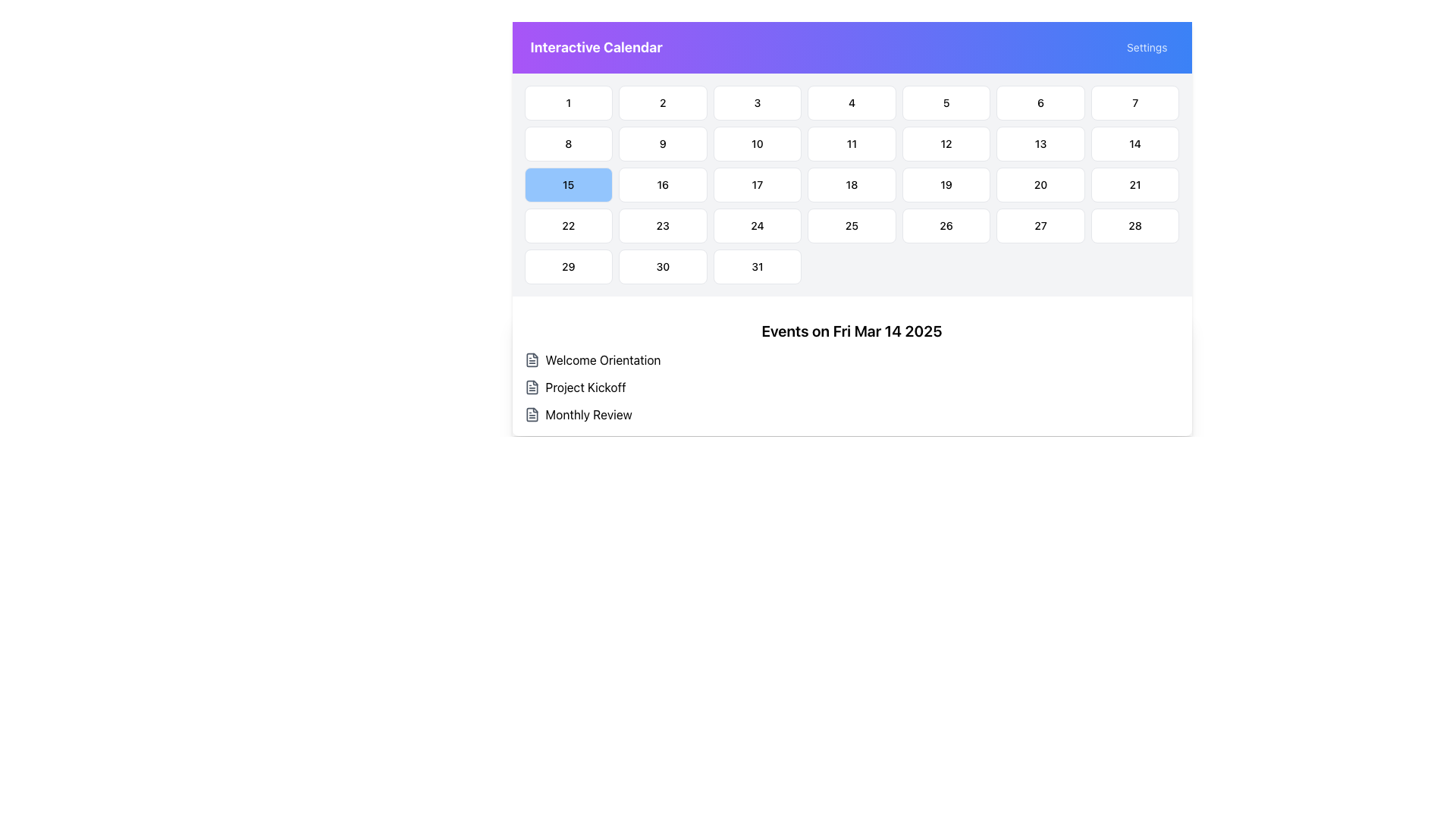  Describe the element at coordinates (946, 102) in the screenshot. I see `the text label representing the day '5' in the calendar cell, which is located in the first row and is the fifth item in a grid-like calendar interface` at that location.